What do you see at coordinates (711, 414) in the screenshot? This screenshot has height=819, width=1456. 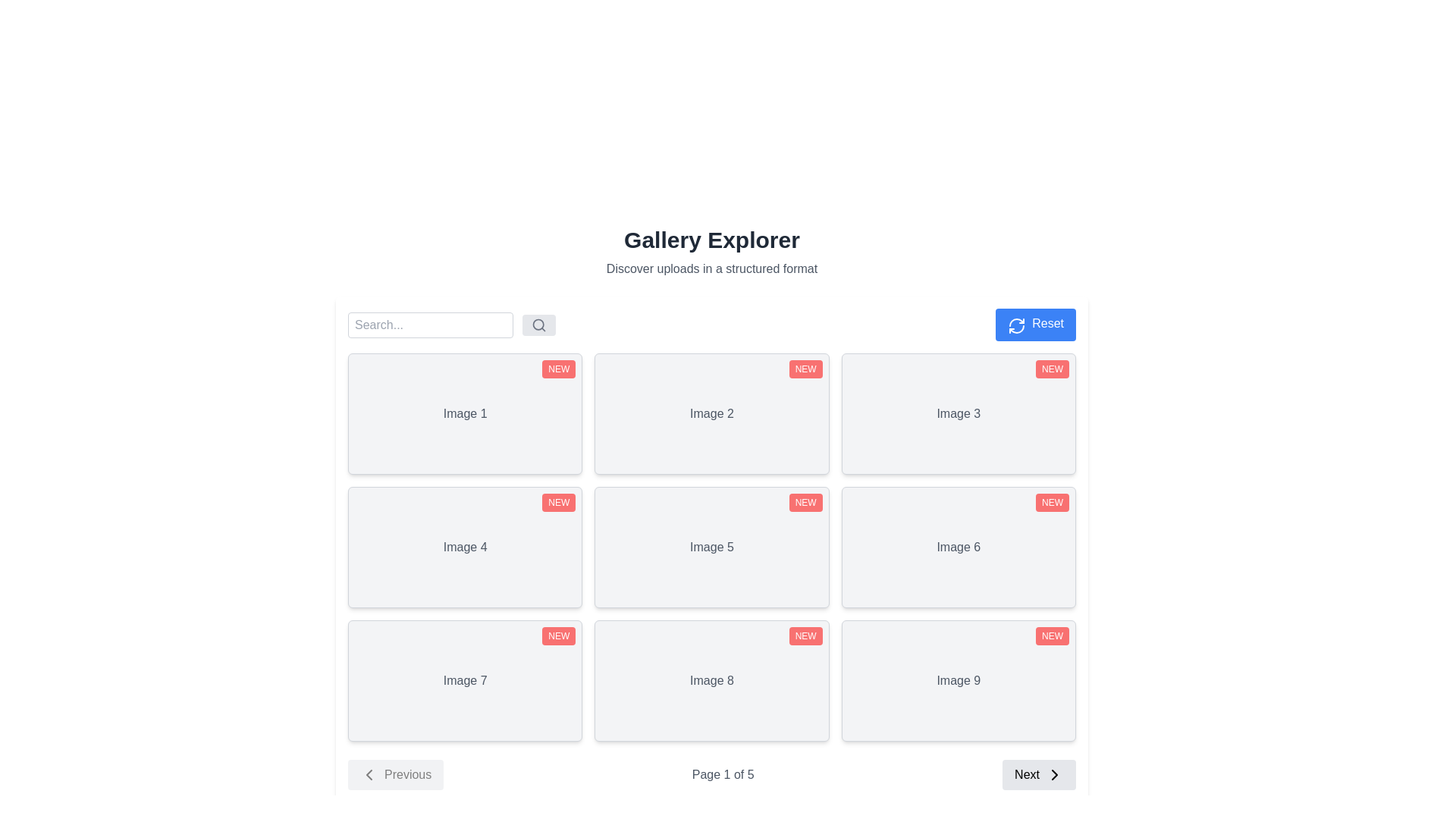 I see `text label that says 'Image 2' located in the center of the card with 'NEW' badge at the top-right corner` at bounding box center [711, 414].